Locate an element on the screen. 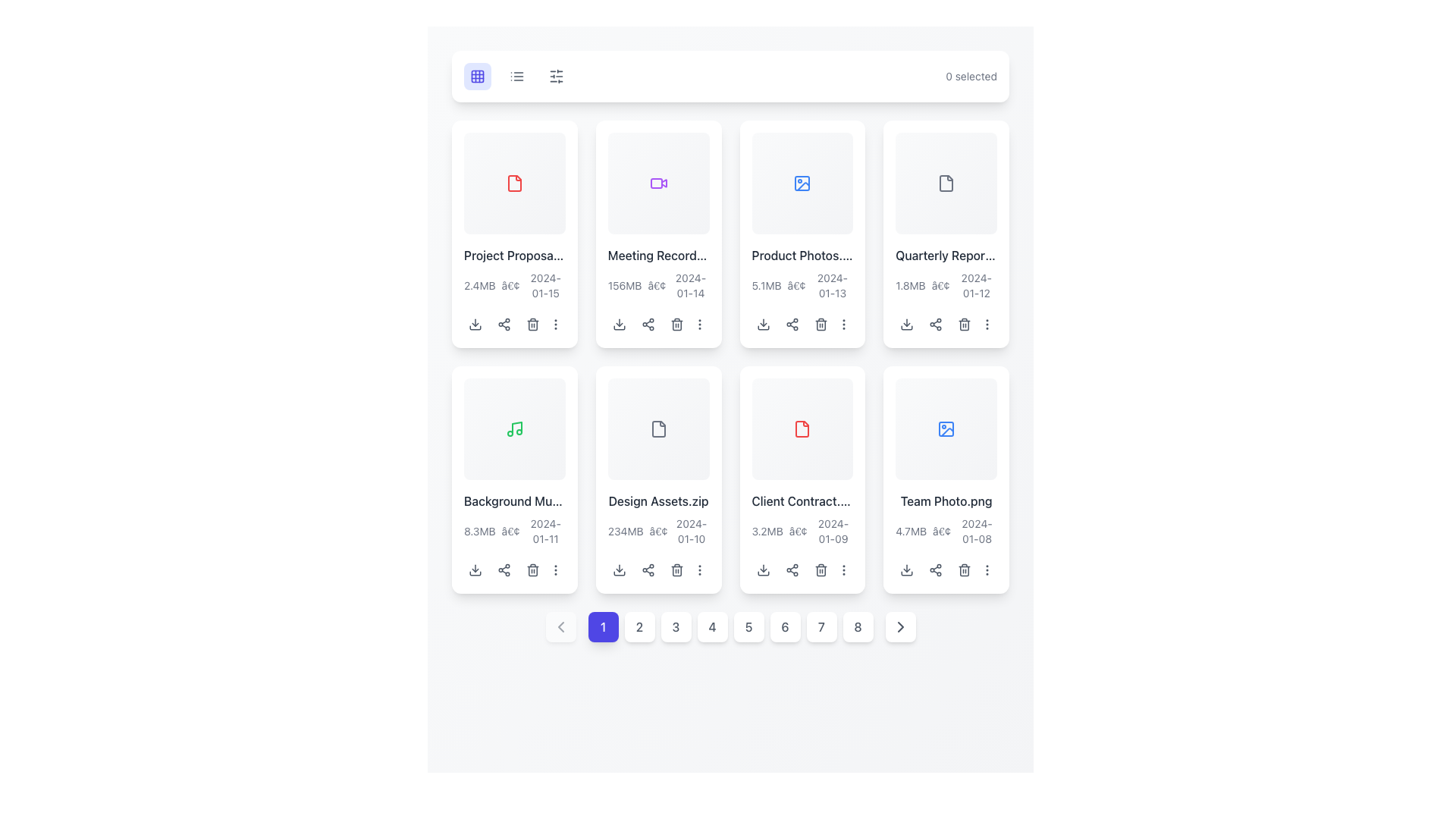 The height and width of the screenshot is (819, 1456). the download button for the 'Meeting Recording.mp4' file to change its background color is located at coordinates (619, 323).